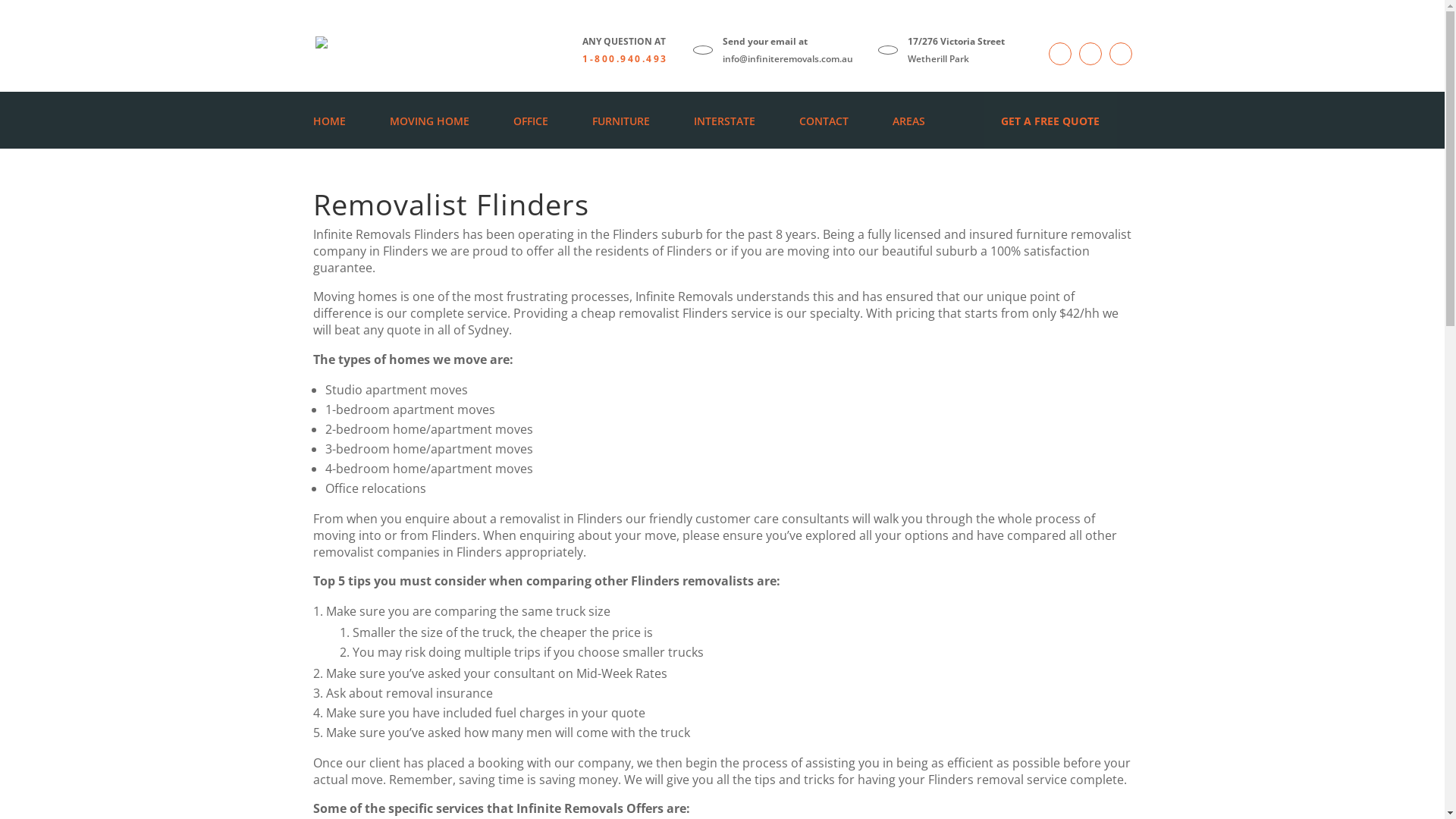  Describe the element at coordinates (892, 120) in the screenshot. I see `'AREAS'` at that location.